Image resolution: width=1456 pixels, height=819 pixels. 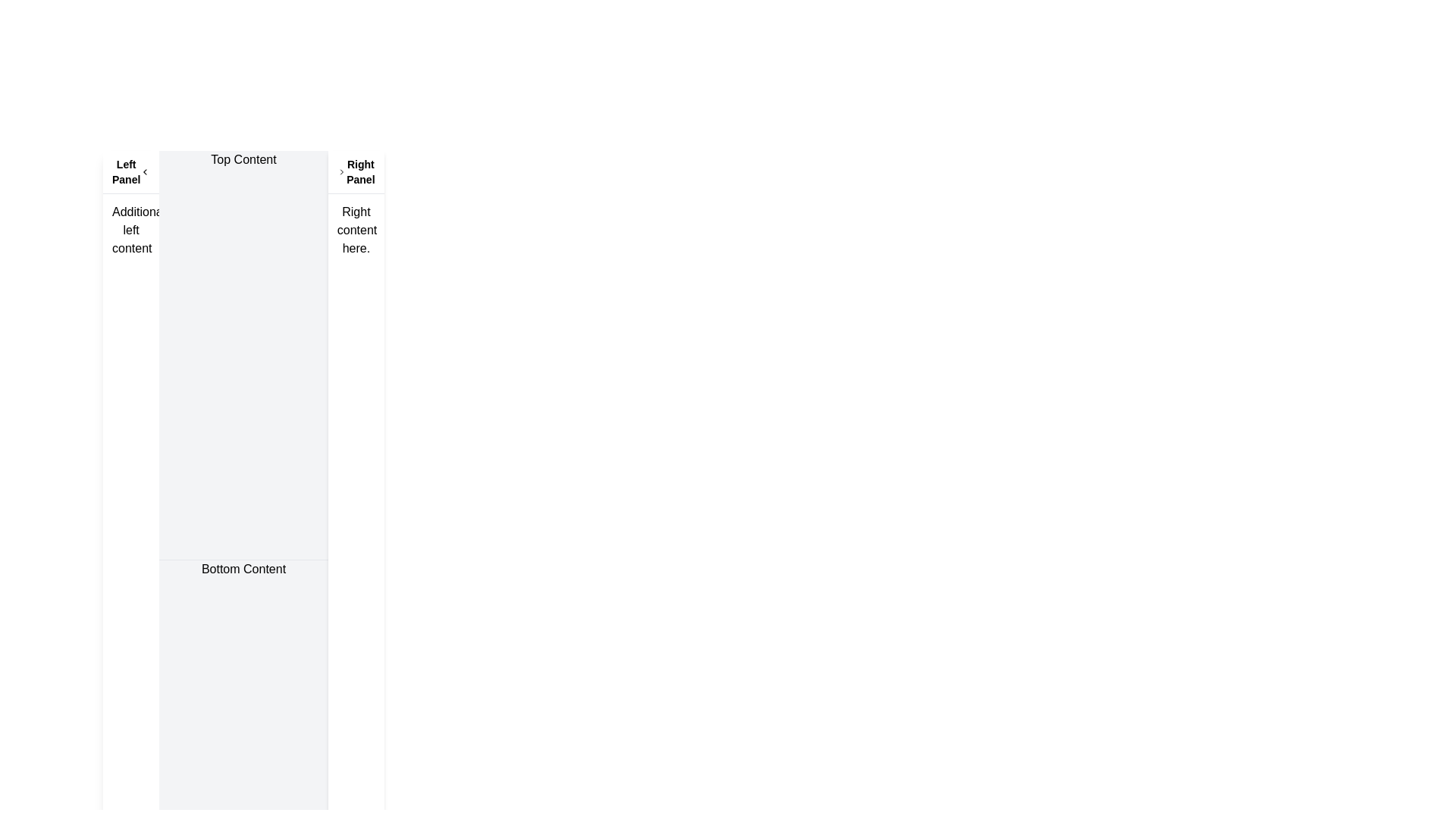 I want to click on the arrow icon located at the header of the right-aligned panel to expand or collapse the panel, so click(x=355, y=171).